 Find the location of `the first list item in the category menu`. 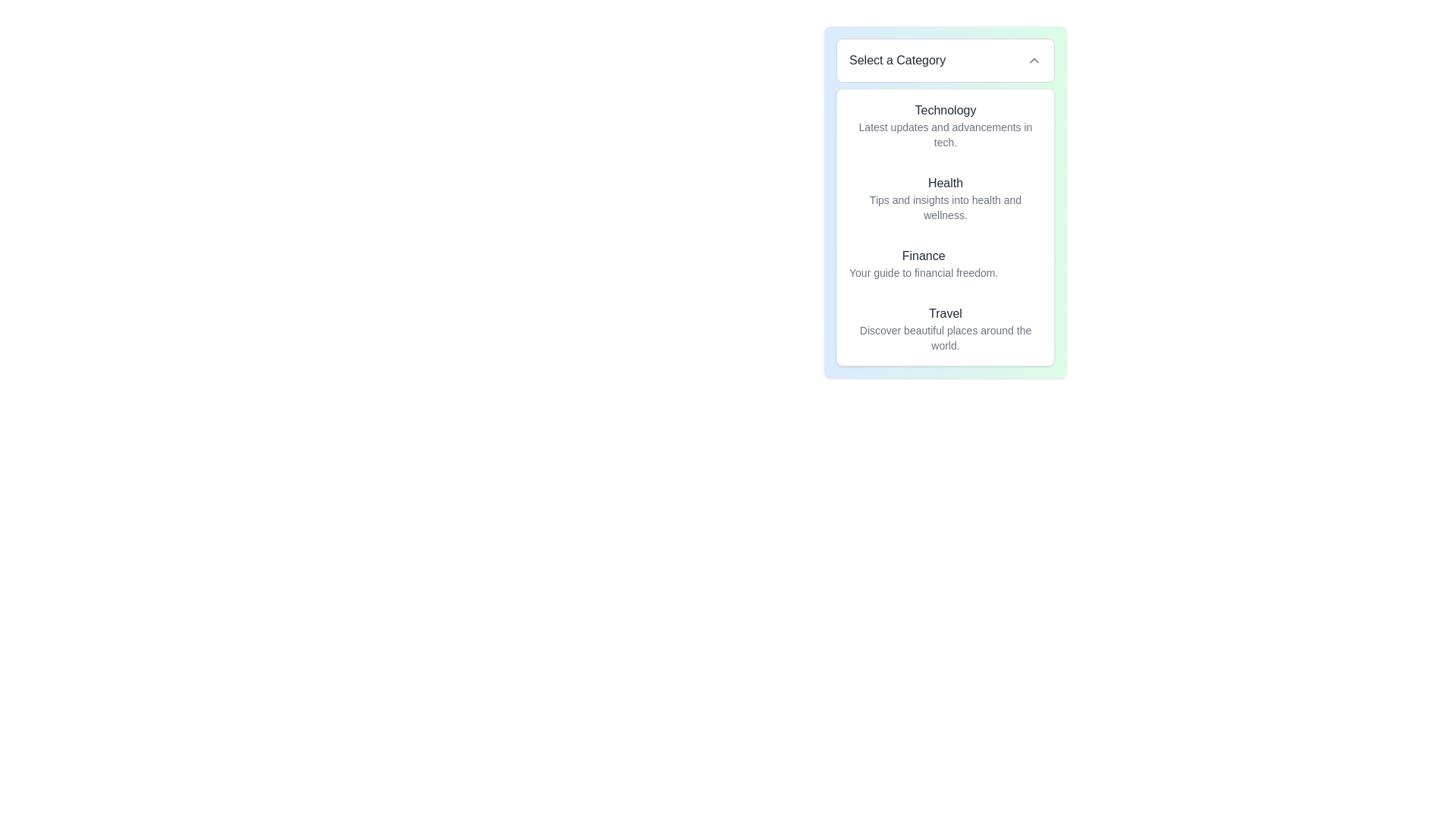

the first list item in the category menu is located at coordinates (945, 124).